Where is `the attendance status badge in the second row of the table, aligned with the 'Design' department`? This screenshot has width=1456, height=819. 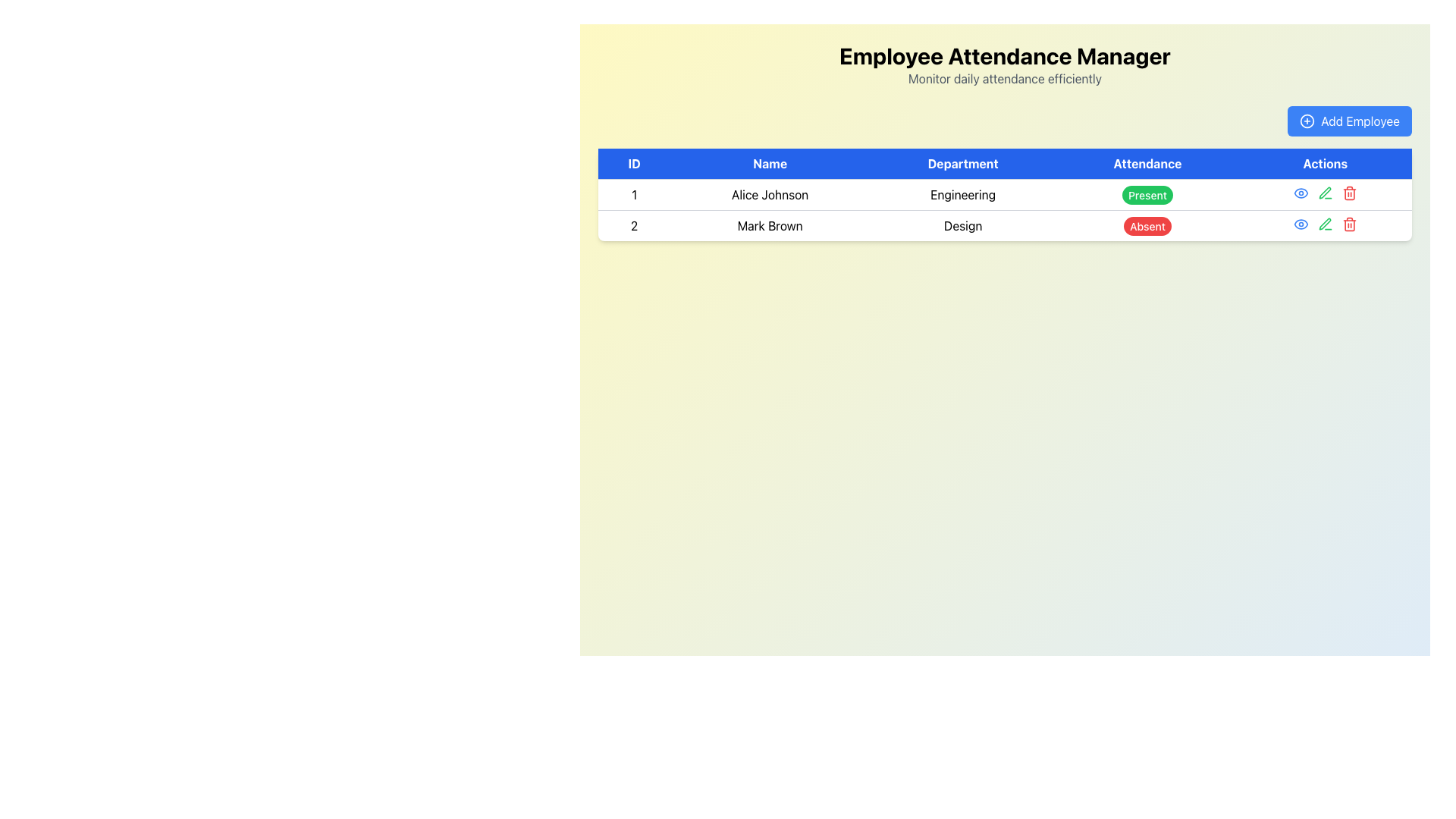 the attendance status badge in the second row of the table, aligned with the 'Design' department is located at coordinates (1147, 226).